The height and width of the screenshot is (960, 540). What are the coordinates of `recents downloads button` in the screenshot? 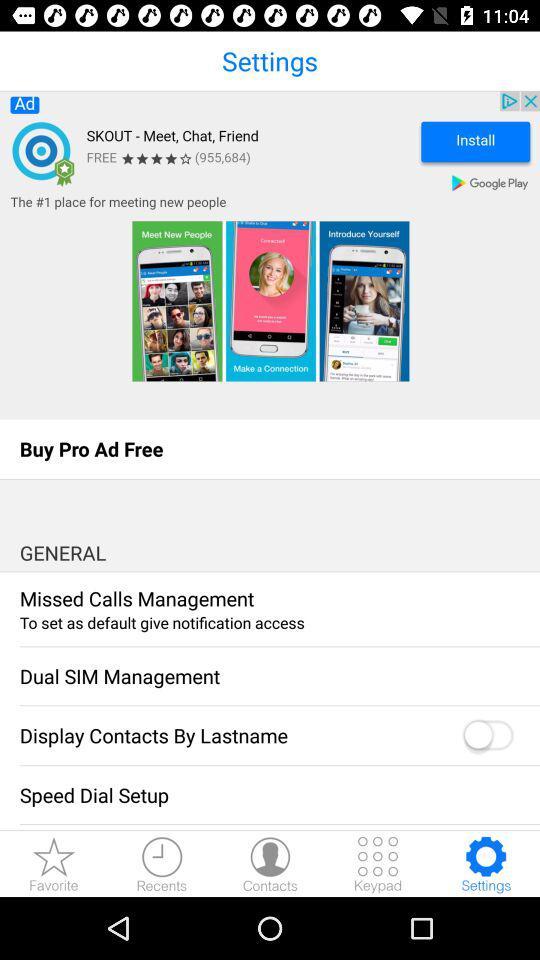 It's located at (161, 863).